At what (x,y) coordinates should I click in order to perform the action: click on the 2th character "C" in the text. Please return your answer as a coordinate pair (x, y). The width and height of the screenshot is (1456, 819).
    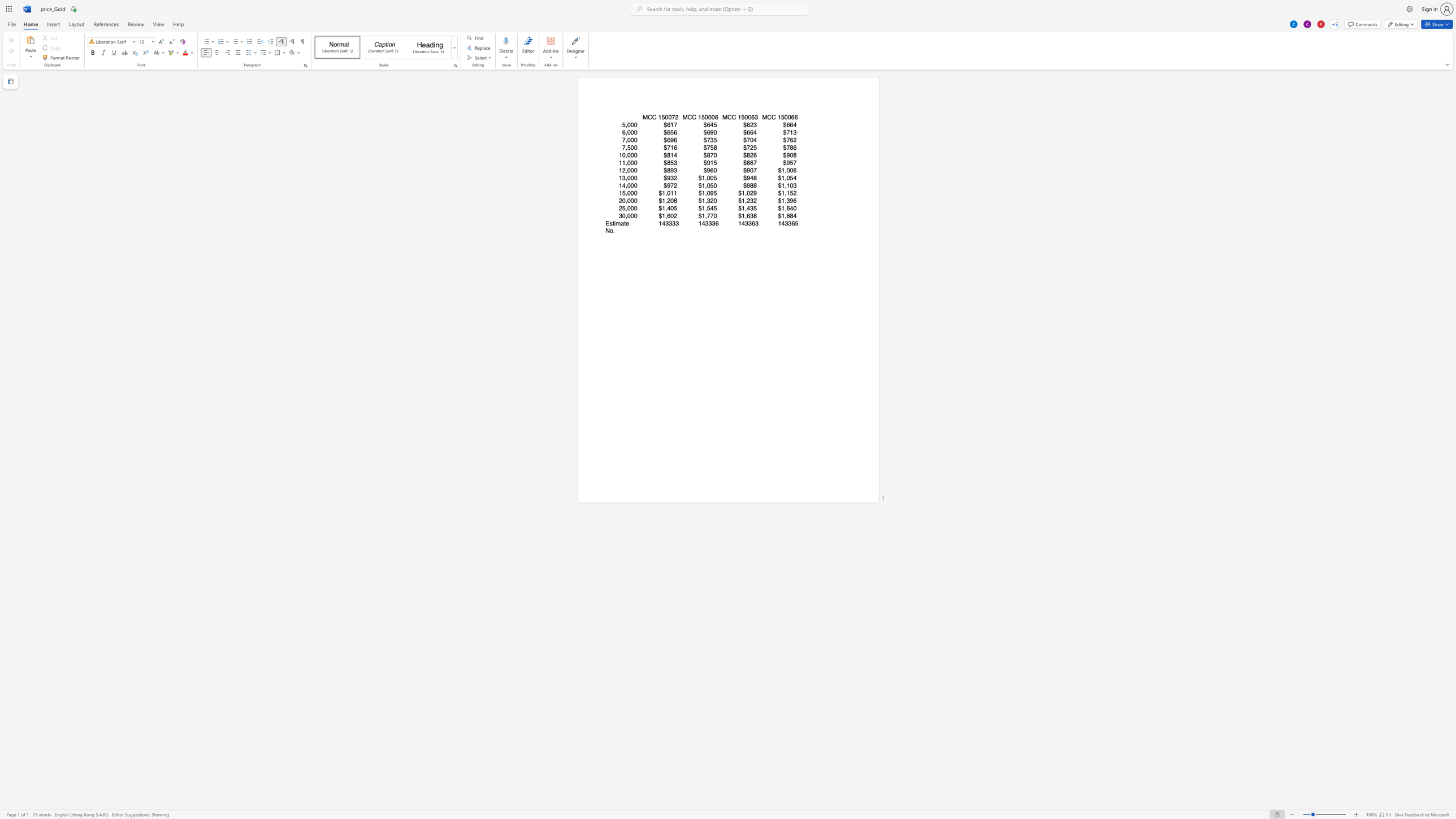
    Looking at the image, I should click on (694, 117).